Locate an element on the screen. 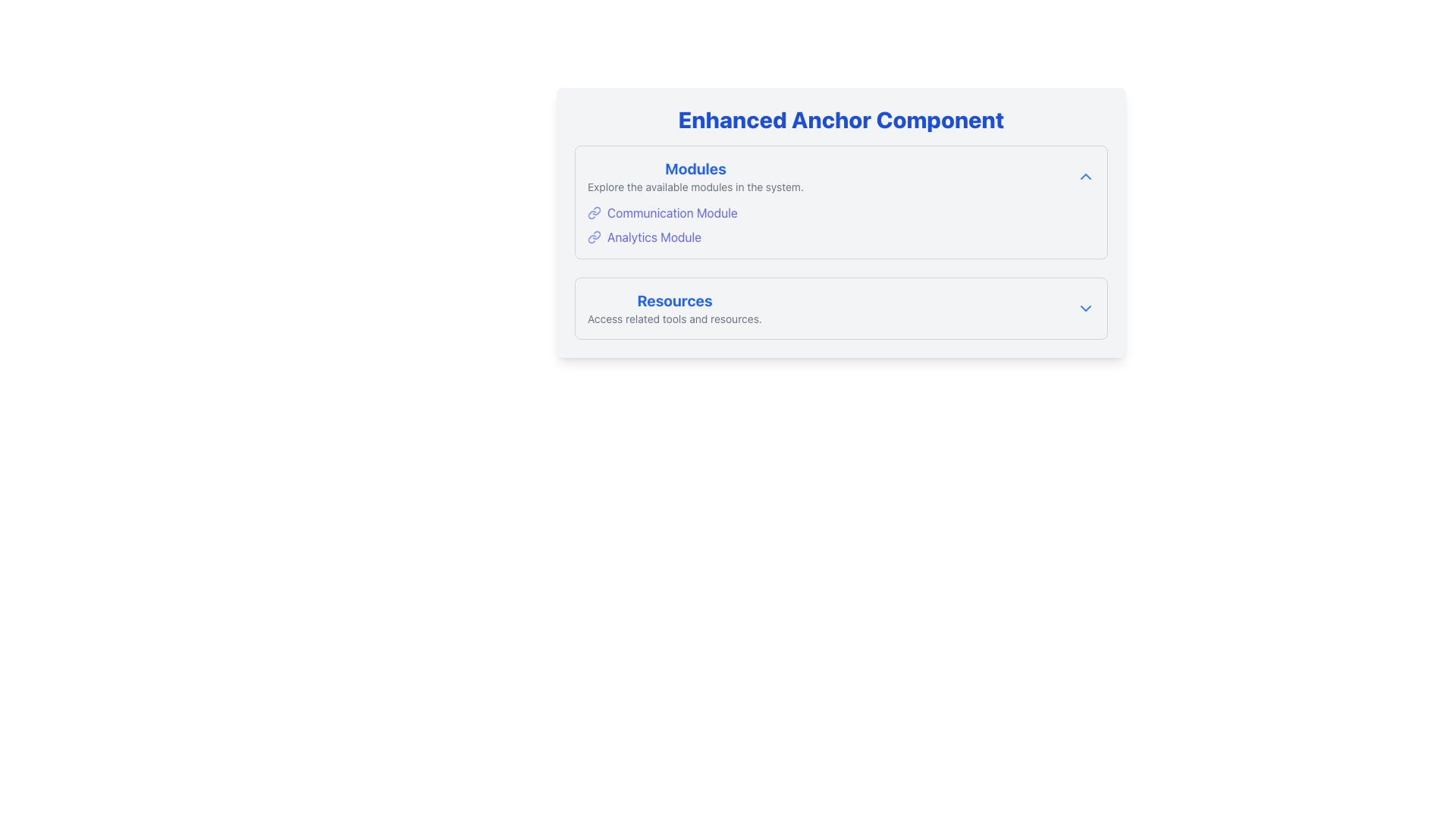 The image size is (1456, 819). the icon resembling linked chains, styled with a thin blue stroke, located to the immediate left of the text 'Communication Module' within the 'Modules' section of the 'Enhanced Anchor Component' interface is located at coordinates (593, 213).